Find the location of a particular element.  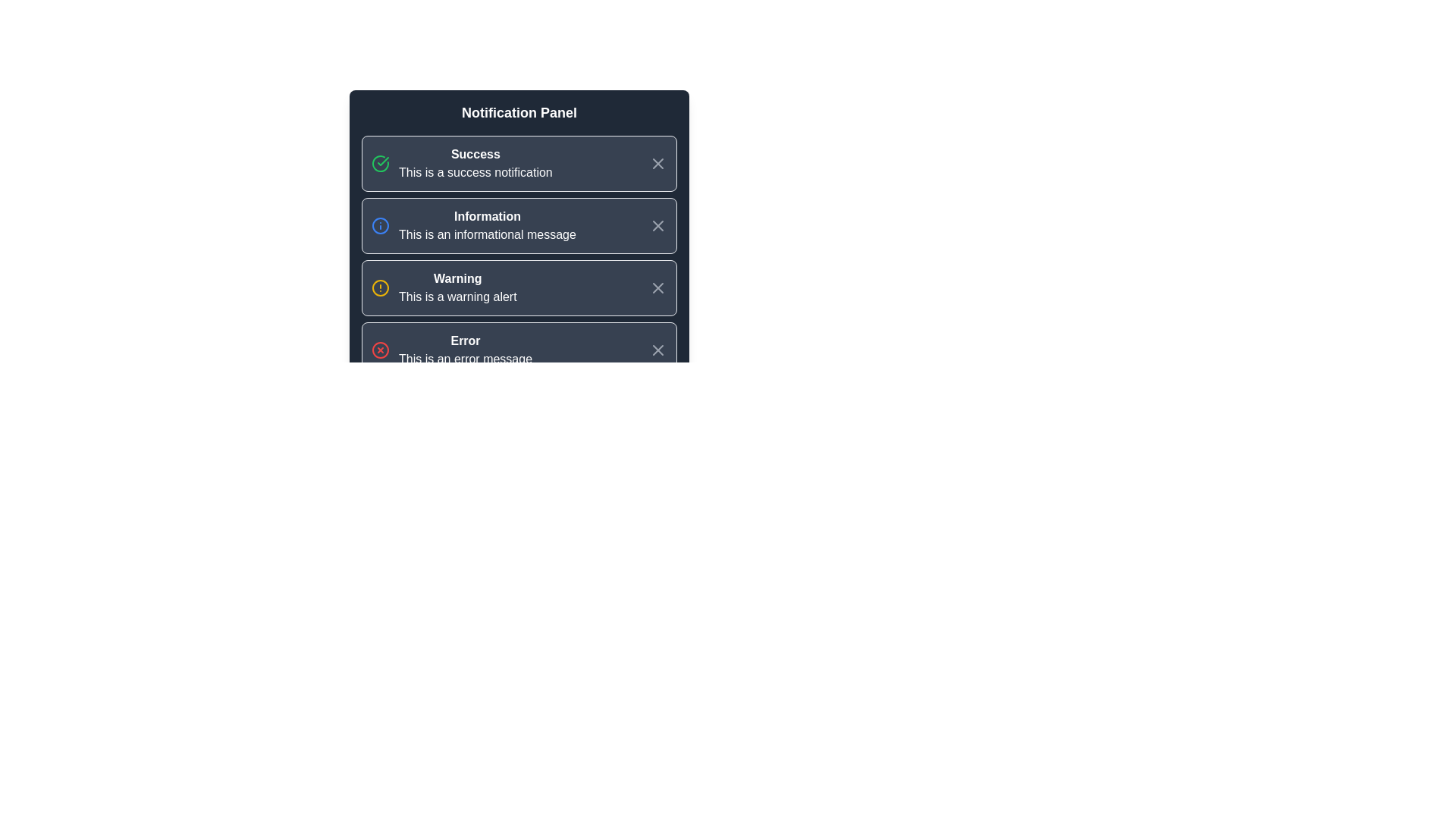

the 'Error' notification alert box, which features a bolded heading and a descriptive text is located at coordinates (465, 350).